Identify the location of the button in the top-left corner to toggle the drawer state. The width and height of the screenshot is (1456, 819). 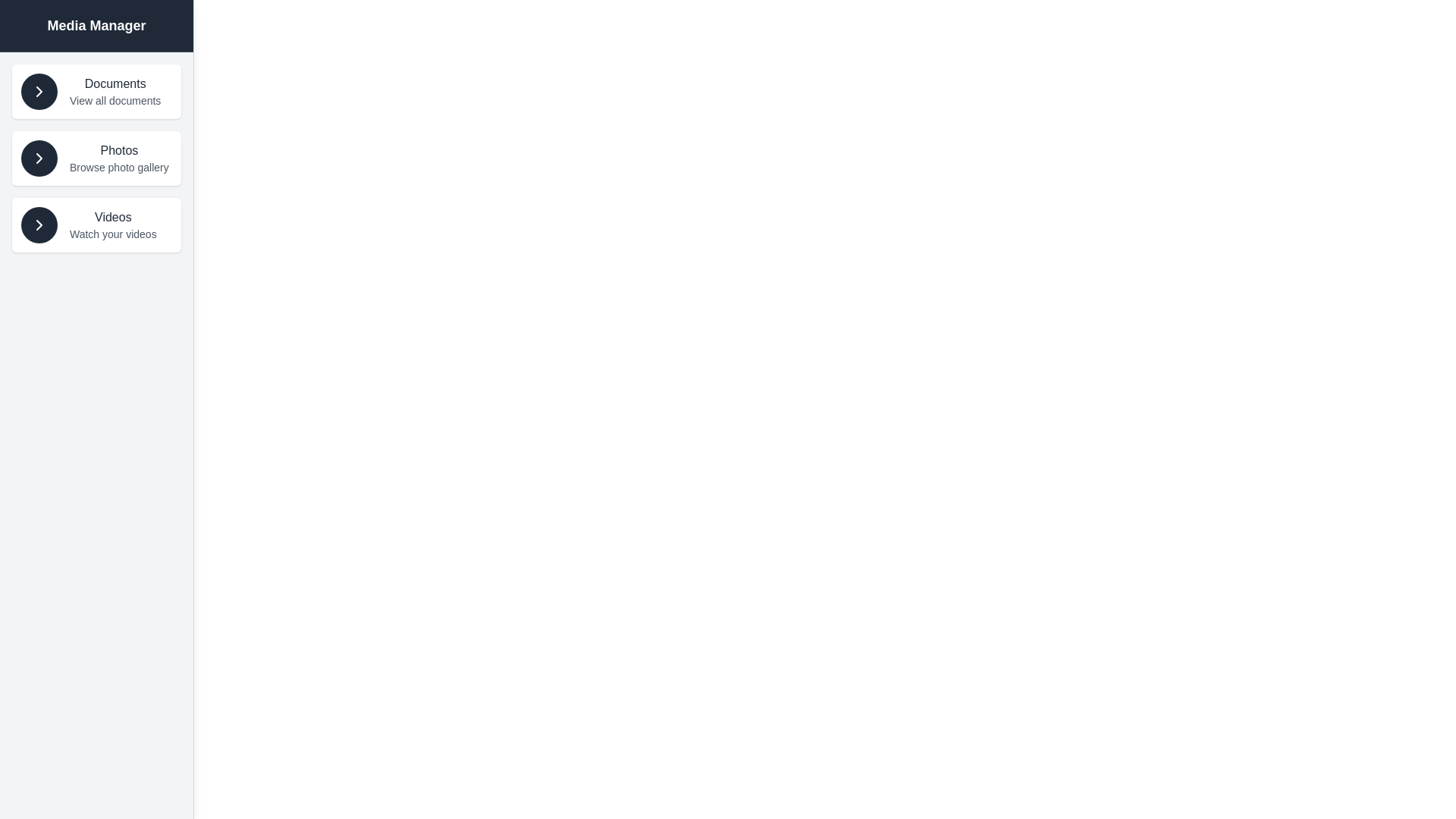
(30, 30).